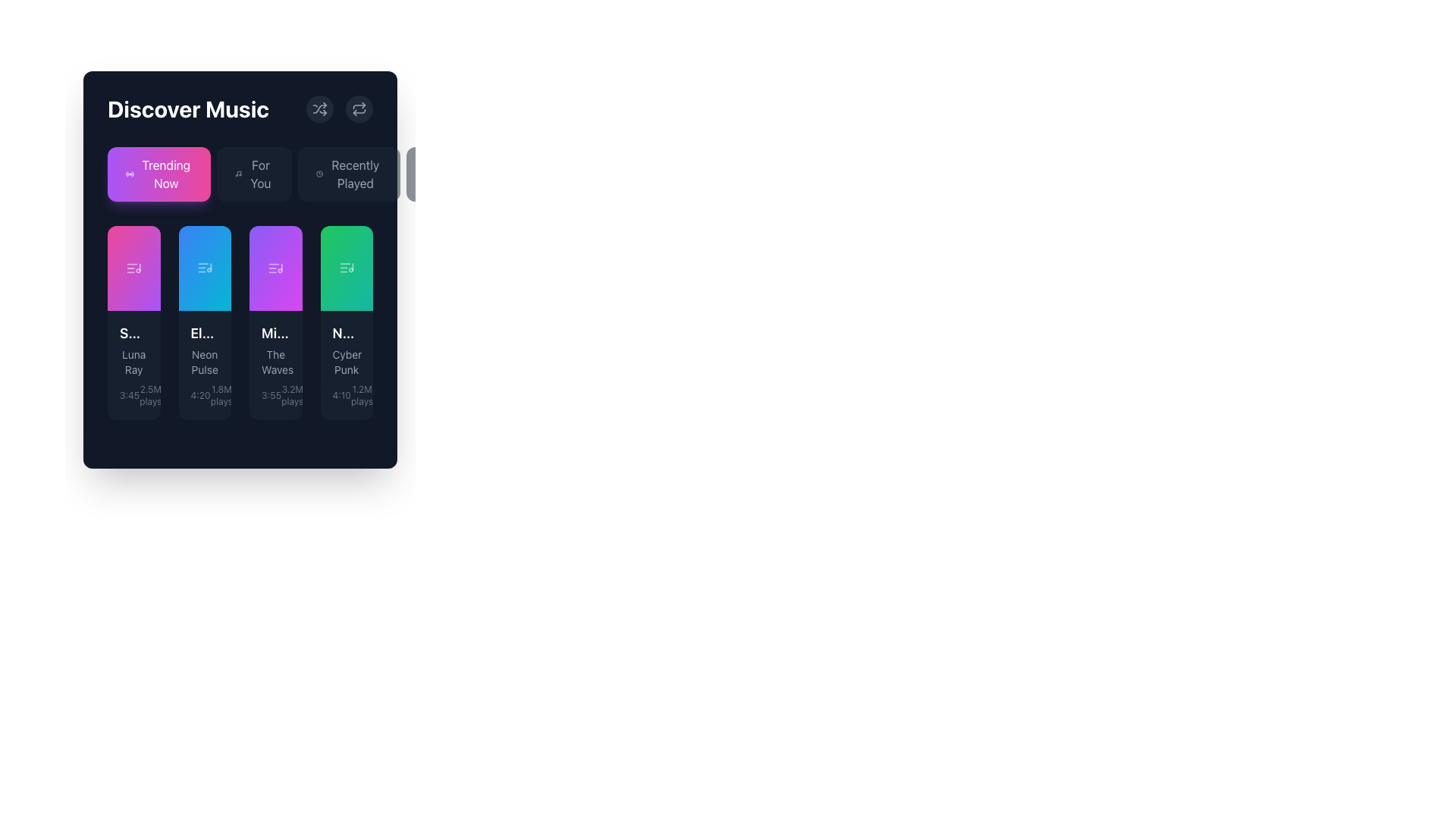  Describe the element at coordinates (340, 394) in the screenshot. I see `the surrounding elements related to the duration text displayed at the bottom of the fourth rectangular card in the 'Trending Now' section` at that location.